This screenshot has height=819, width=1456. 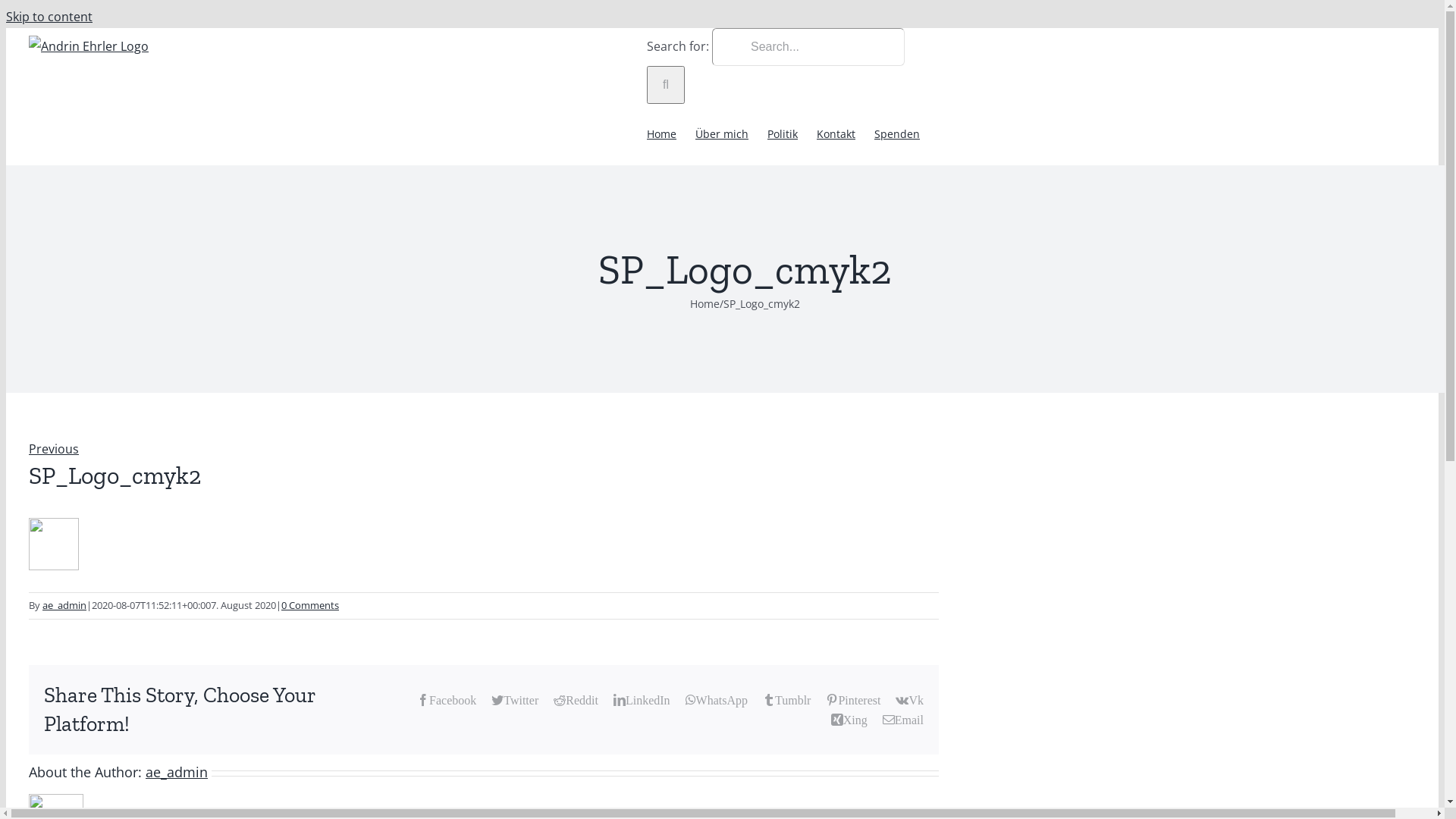 I want to click on 'Reddit', so click(x=575, y=699).